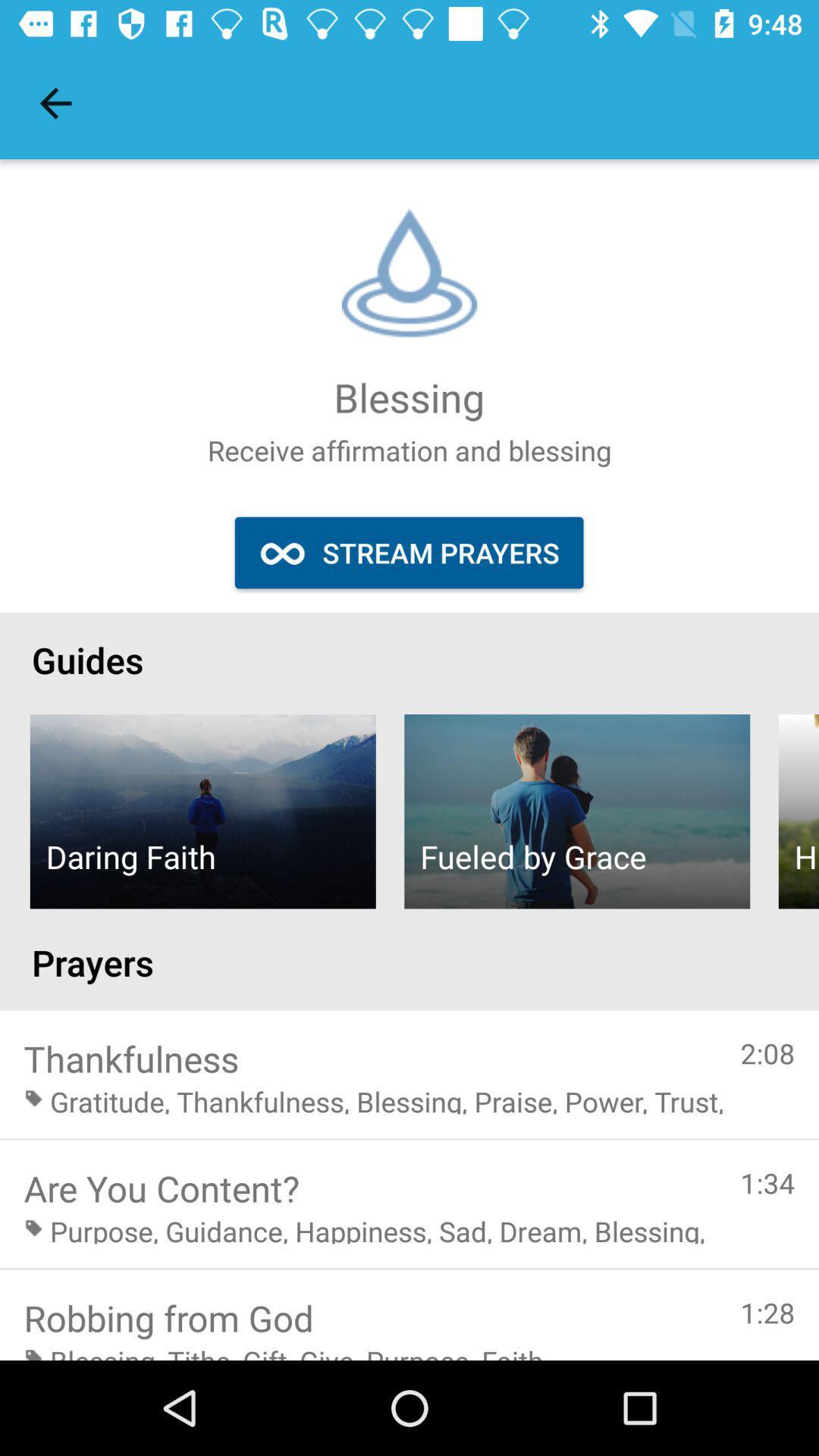 This screenshot has width=819, height=1456. I want to click on the item above the guides item, so click(55, 102).